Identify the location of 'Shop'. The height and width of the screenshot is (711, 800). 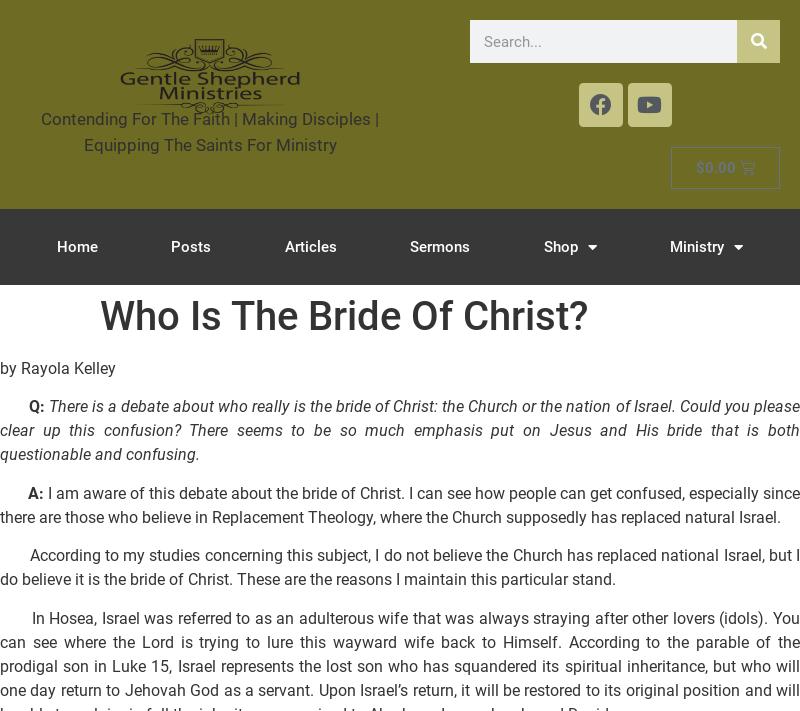
(560, 247).